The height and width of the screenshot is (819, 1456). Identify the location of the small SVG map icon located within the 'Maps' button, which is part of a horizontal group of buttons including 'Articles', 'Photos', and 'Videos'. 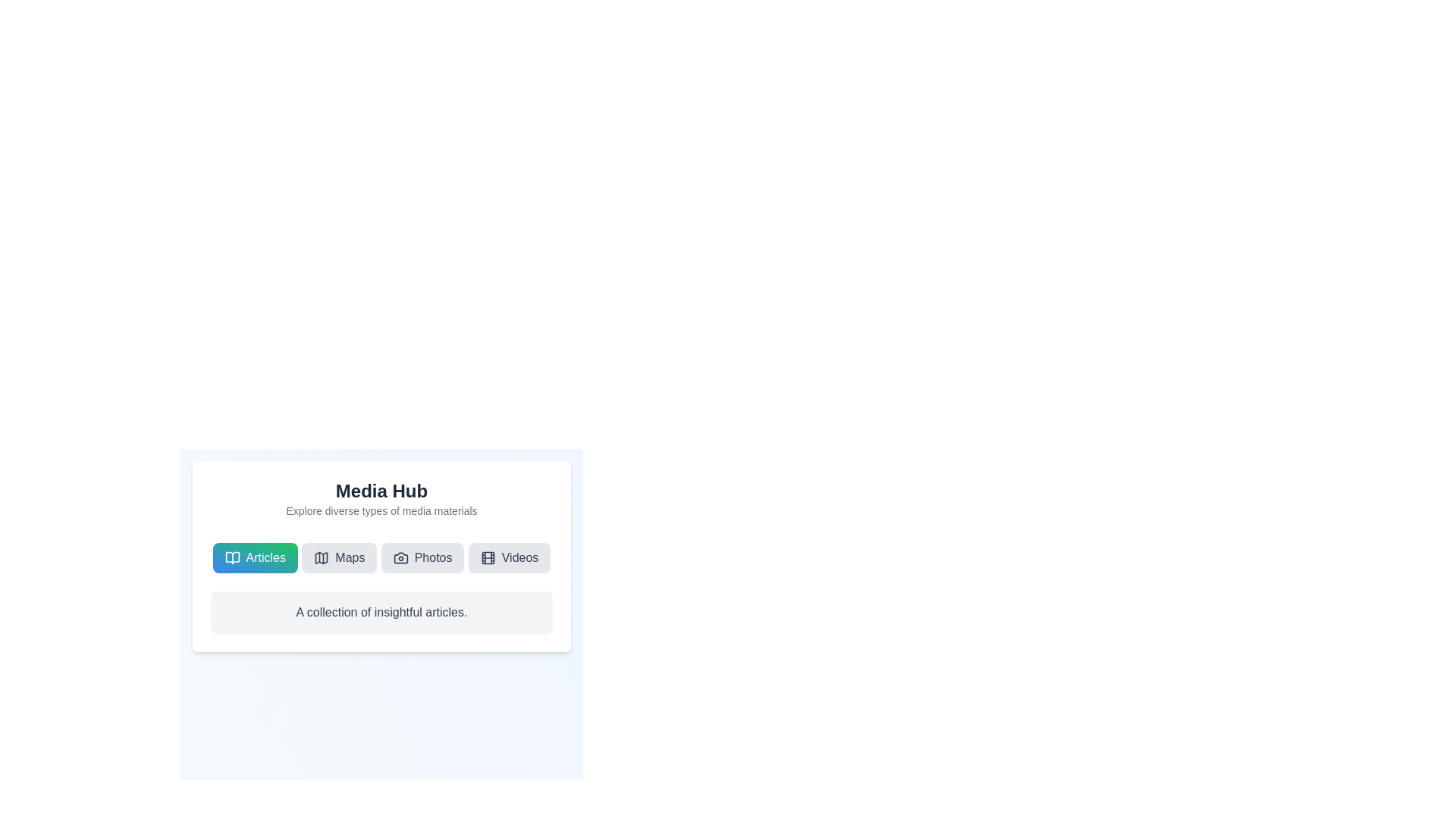
(321, 558).